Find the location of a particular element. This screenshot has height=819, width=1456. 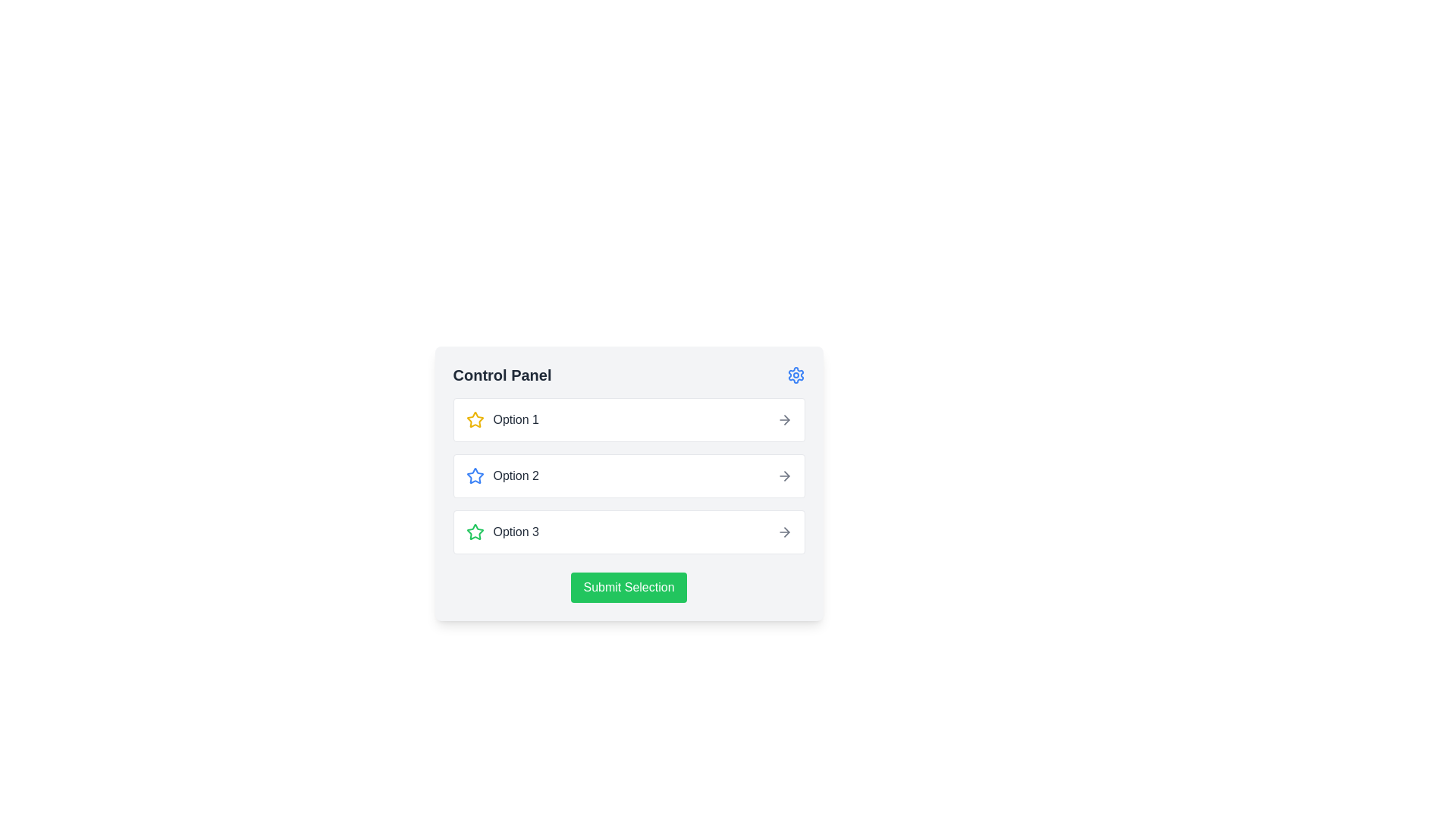

'Option 3' text label with the green star icon for information is located at coordinates (502, 532).